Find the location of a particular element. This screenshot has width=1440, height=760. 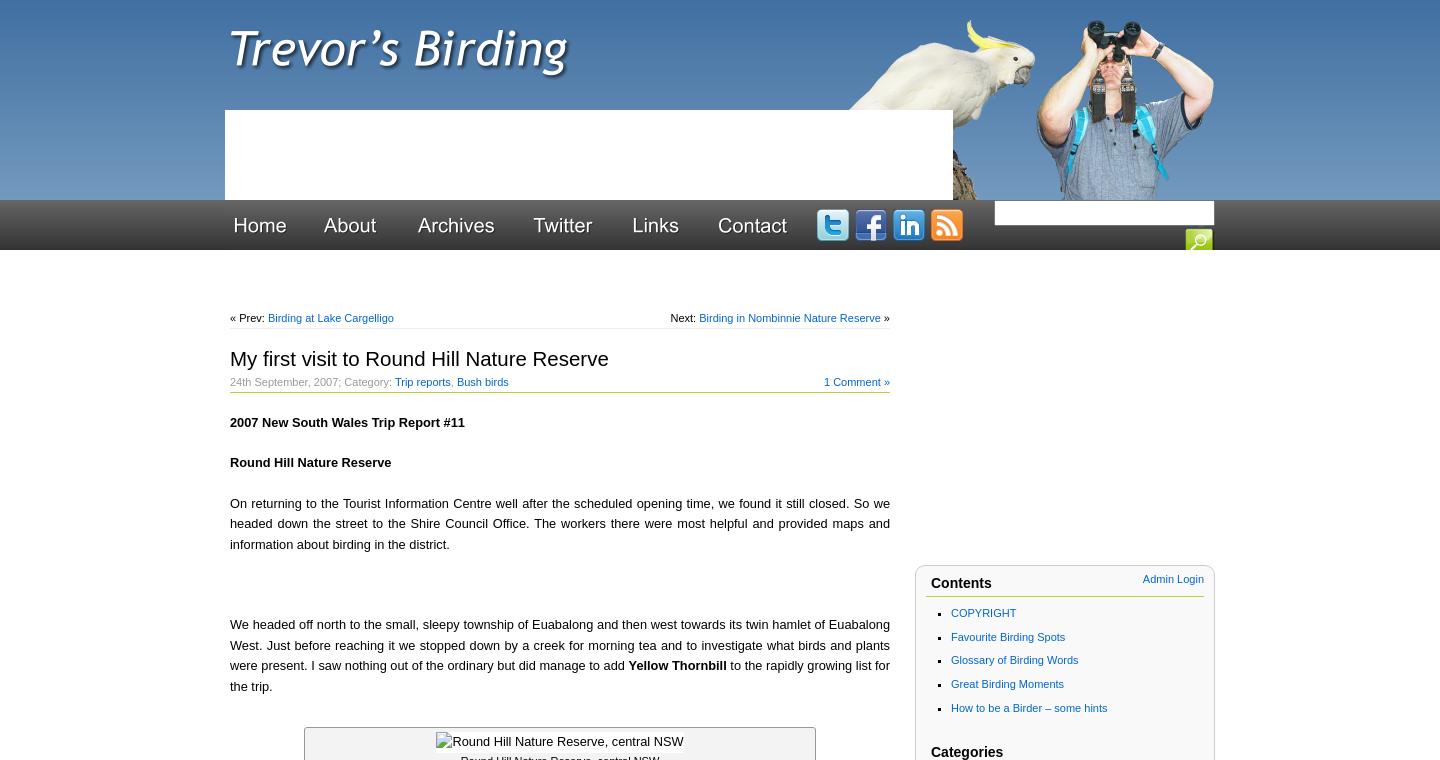

'Round Hill Nature Reserve' is located at coordinates (310, 461).